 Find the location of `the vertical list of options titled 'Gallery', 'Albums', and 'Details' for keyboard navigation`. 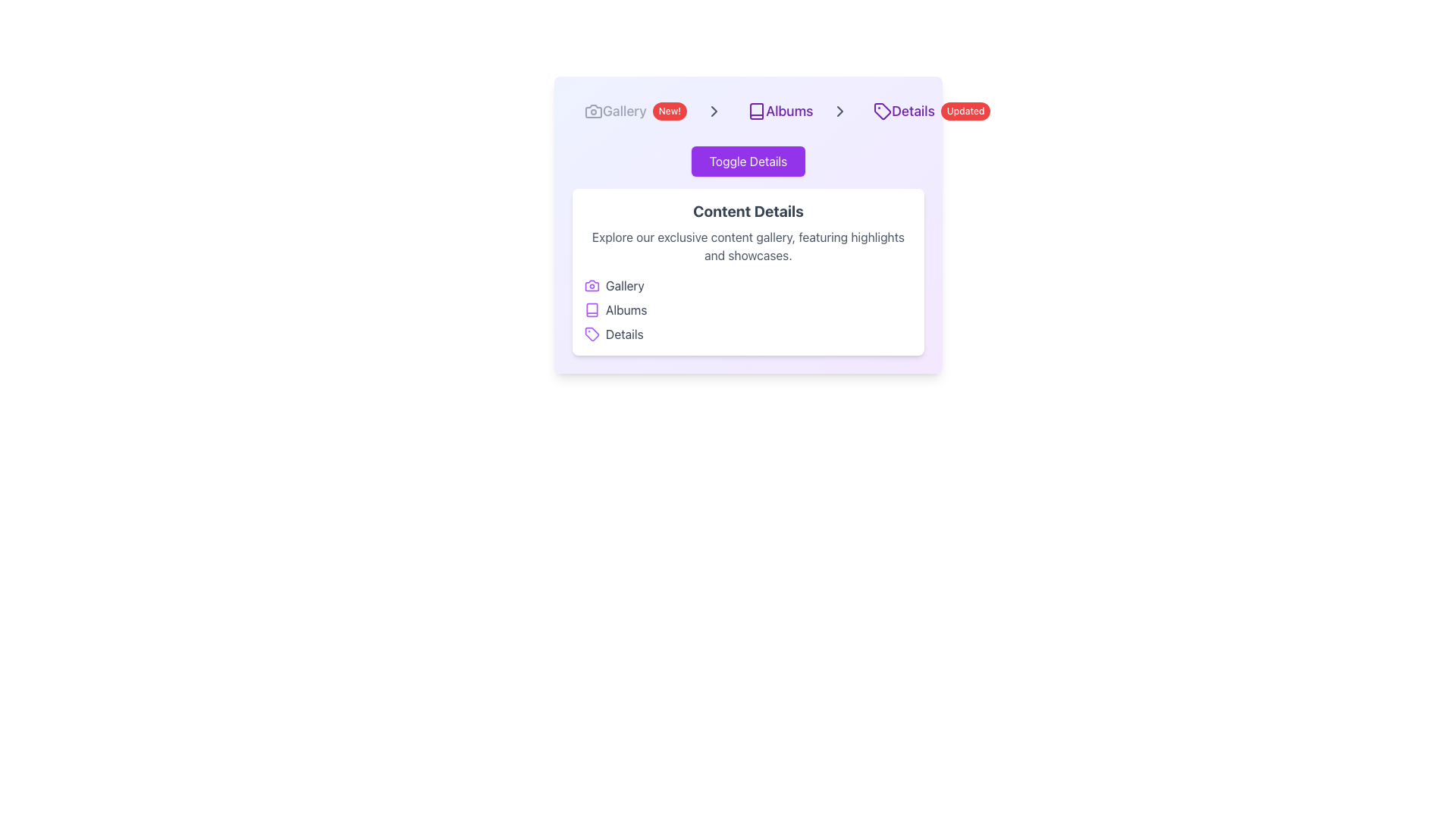

the vertical list of options titled 'Gallery', 'Albums', and 'Details' for keyboard navigation is located at coordinates (748, 309).